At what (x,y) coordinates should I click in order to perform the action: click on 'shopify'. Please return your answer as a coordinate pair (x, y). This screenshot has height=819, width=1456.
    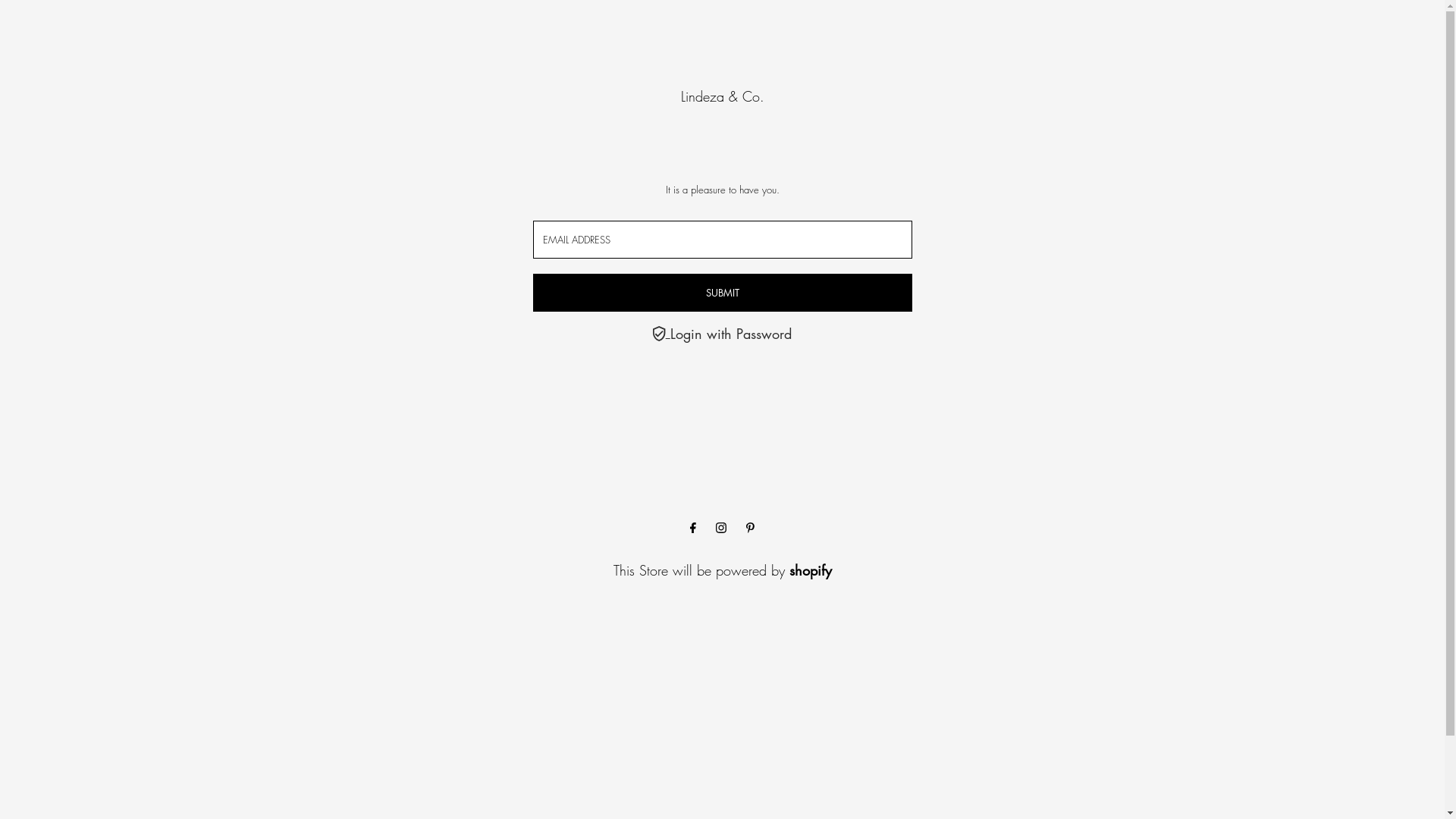
    Looking at the image, I should click on (808, 570).